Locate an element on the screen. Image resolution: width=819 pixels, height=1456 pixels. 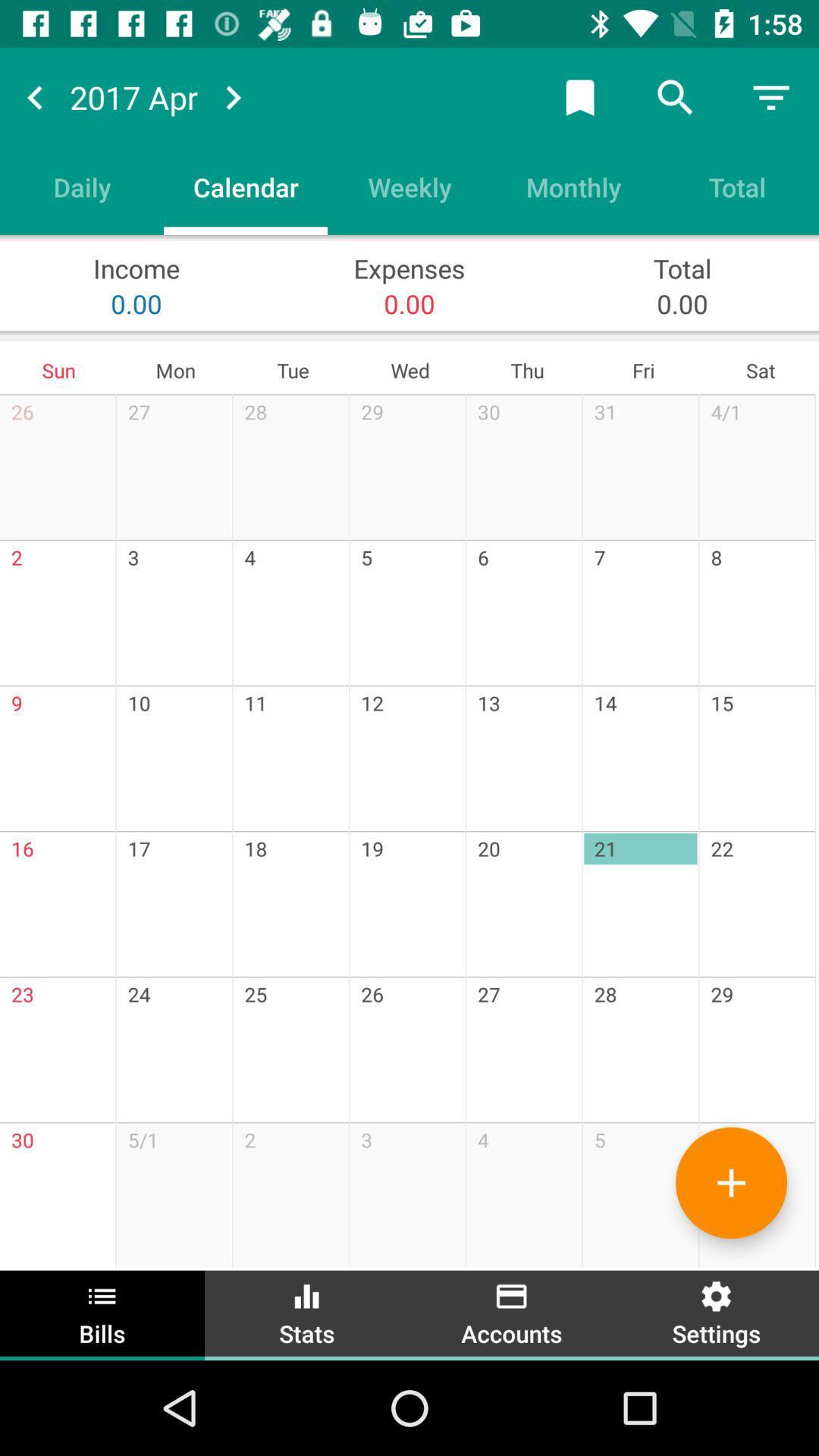
the item to the left of the total item is located at coordinates (573, 186).